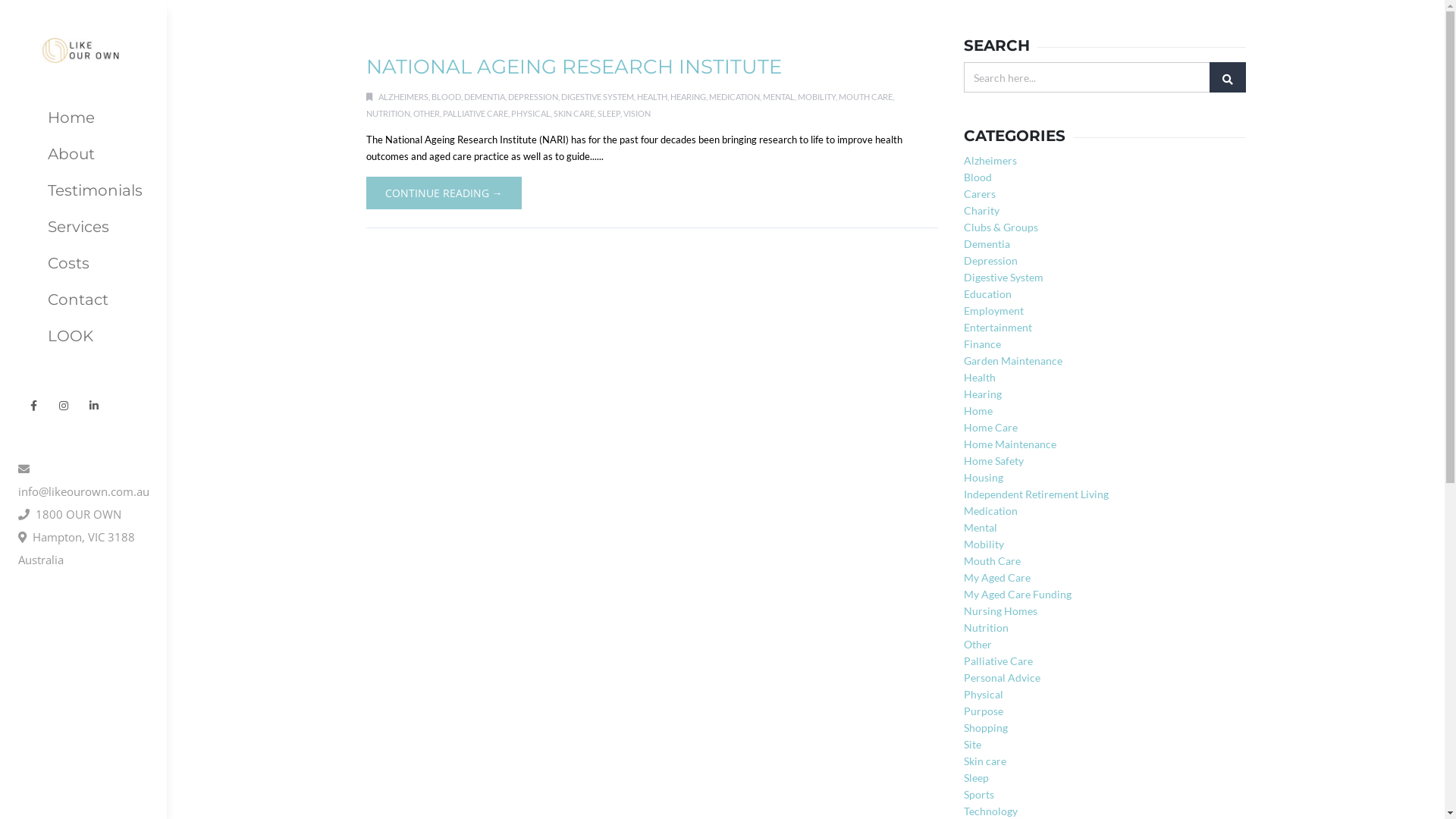 The image size is (1456, 819). What do you see at coordinates (429, 96) in the screenshot?
I see `'BLOOD'` at bounding box center [429, 96].